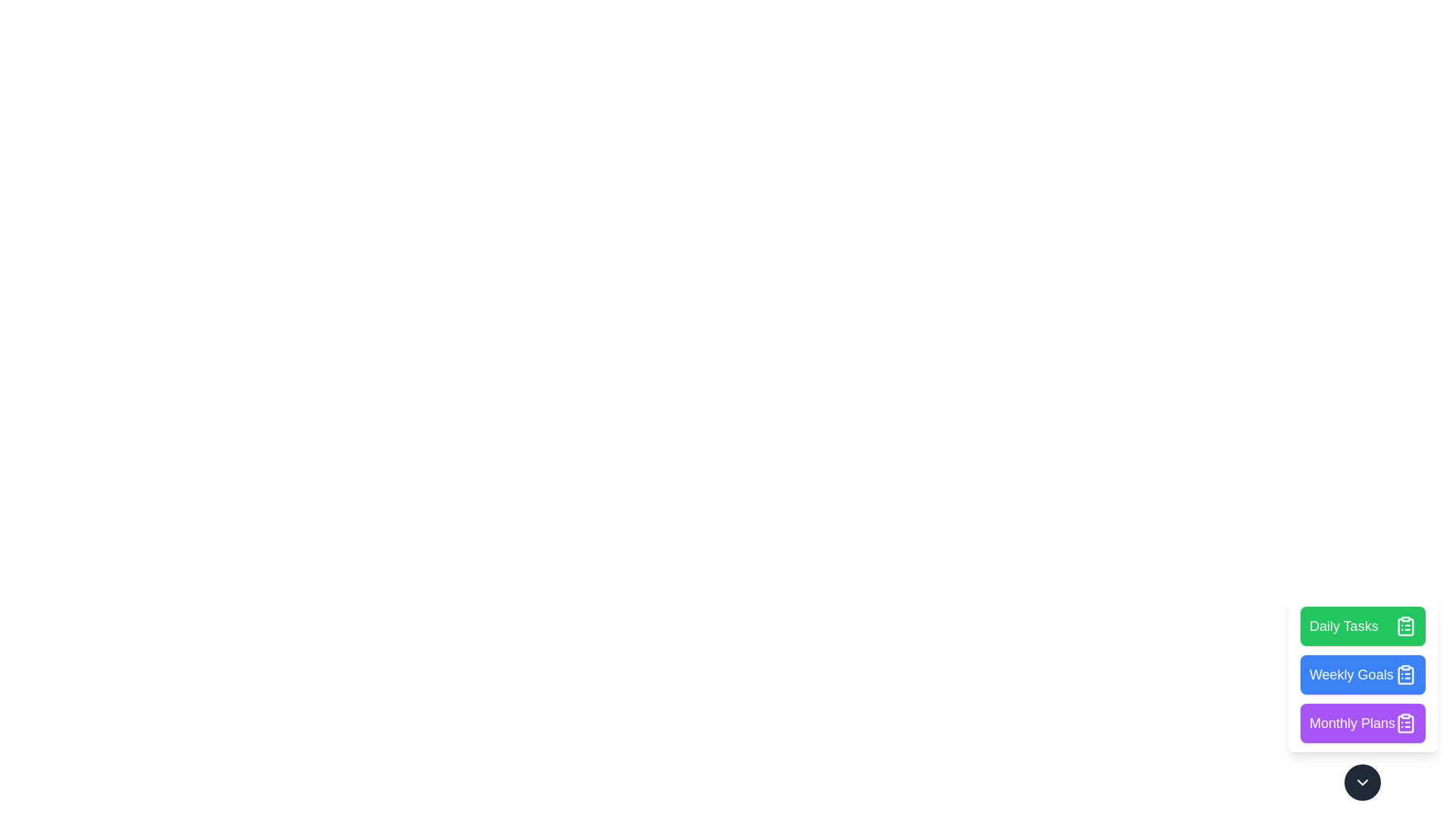 The height and width of the screenshot is (819, 1456). What do you see at coordinates (1363, 674) in the screenshot?
I see `the 'Weekly Goals' button in the SpeedDialInteractiveMenu` at bounding box center [1363, 674].